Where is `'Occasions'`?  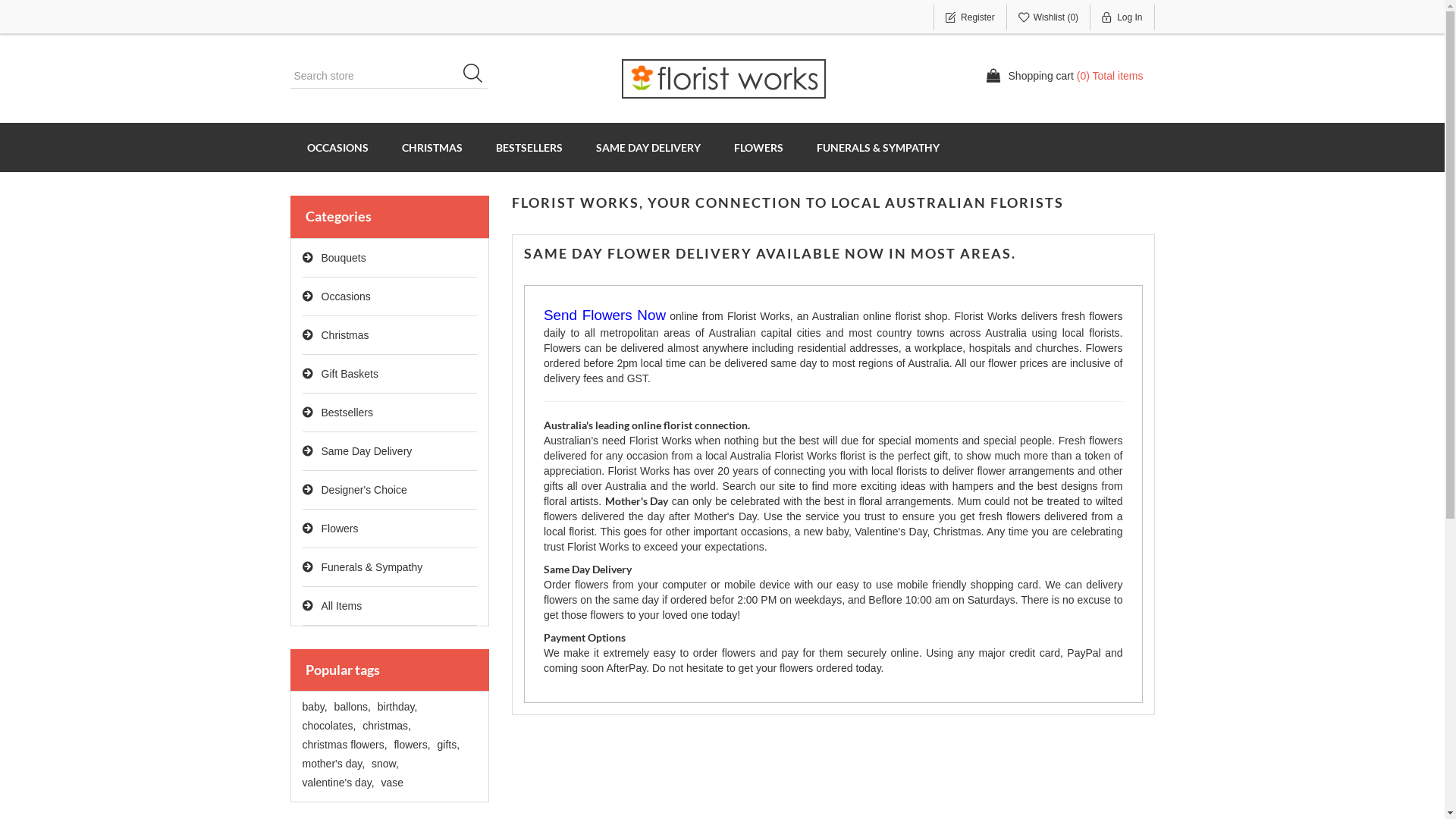 'Occasions' is located at coordinates (389, 297).